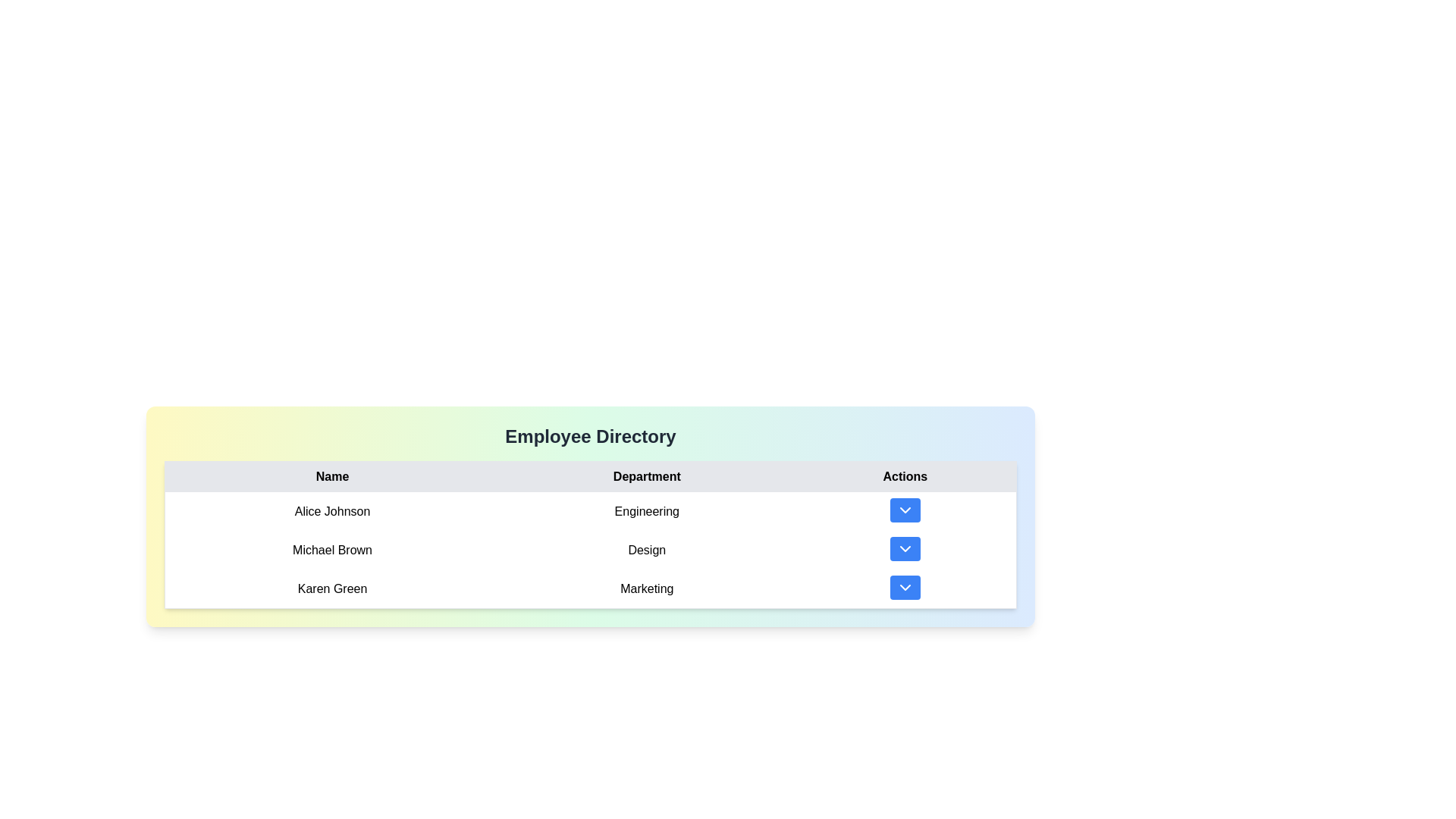 This screenshot has width=1456, height=819. What do you see at coordinates (905, 549) in the screenshot?
I see `the blue dropdown menu trigger button in the third column of the second row under the 'Actions' header` at bounding box center [905, 549].